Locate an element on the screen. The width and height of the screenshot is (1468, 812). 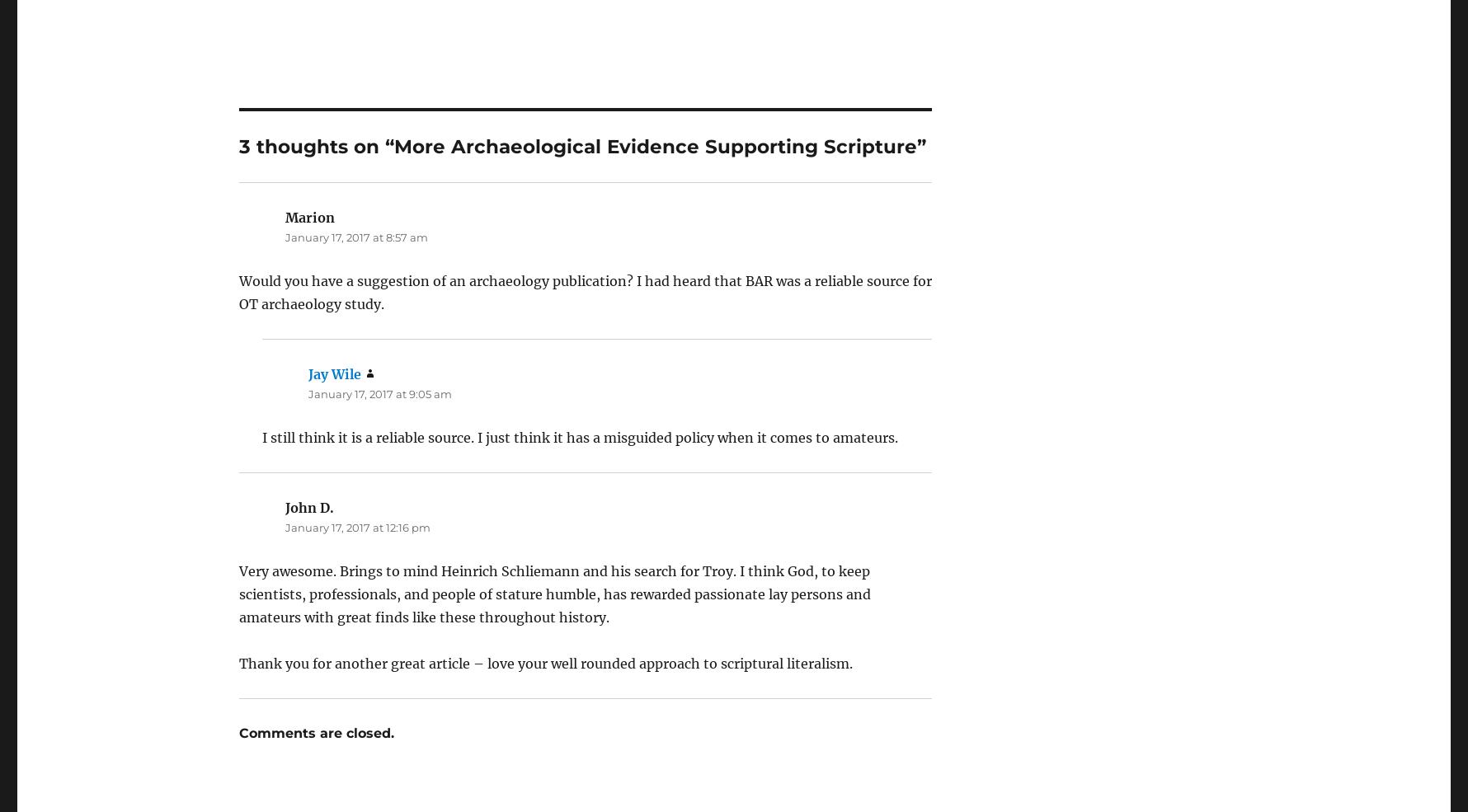
'Very awesome. Brings to mind Heinrich Schliemann and his search for Troy. I think God, to keep scientists,  professionals, and people of stature humble, has rewarded passionate lay persons and amateurs with great finds like these throughout history.' is located at coordinates (554, 547).